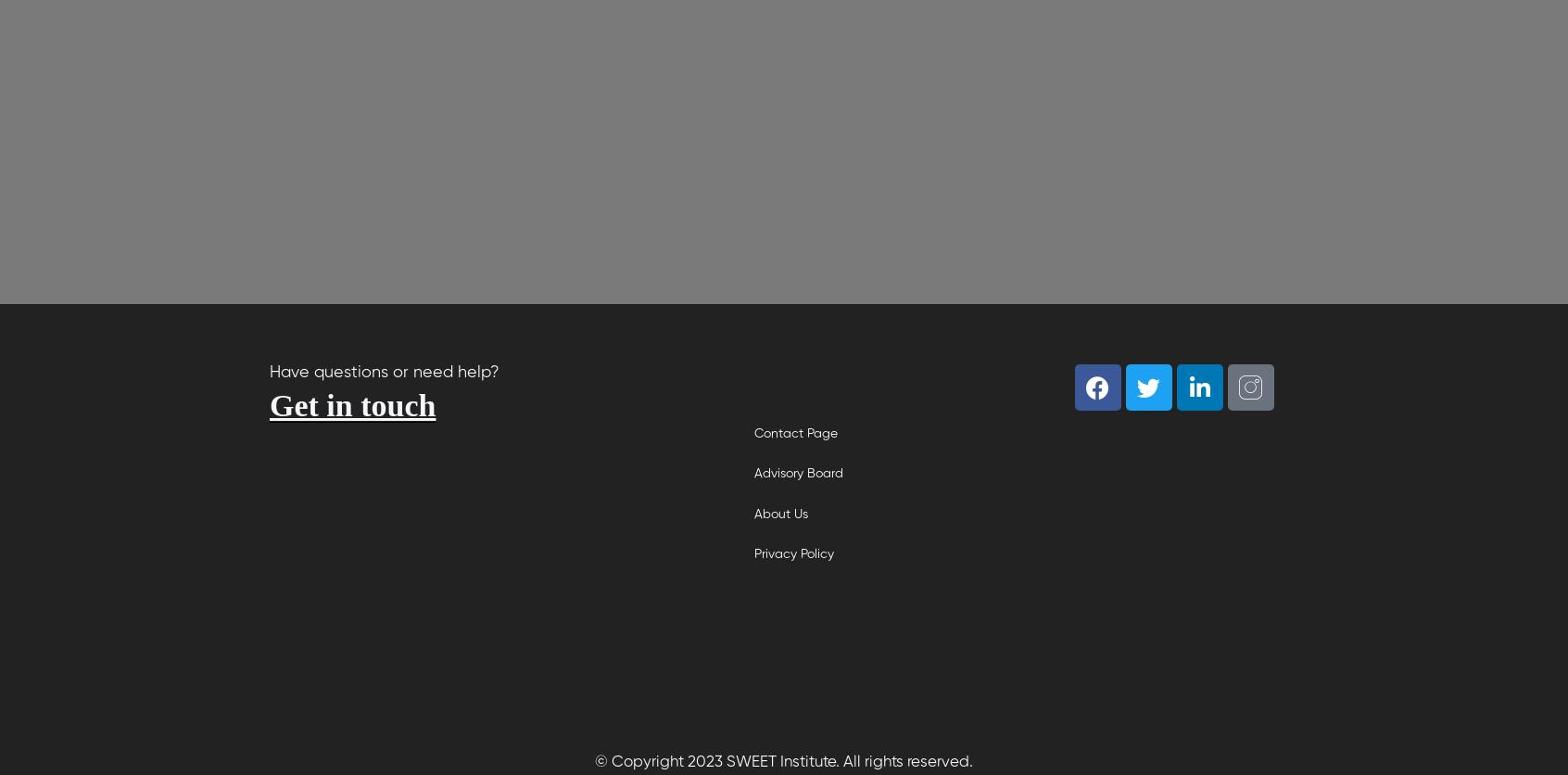 The width and height of the screenshot is (1568, 775). I want to click on 'Contact Page', so click(795, 433).